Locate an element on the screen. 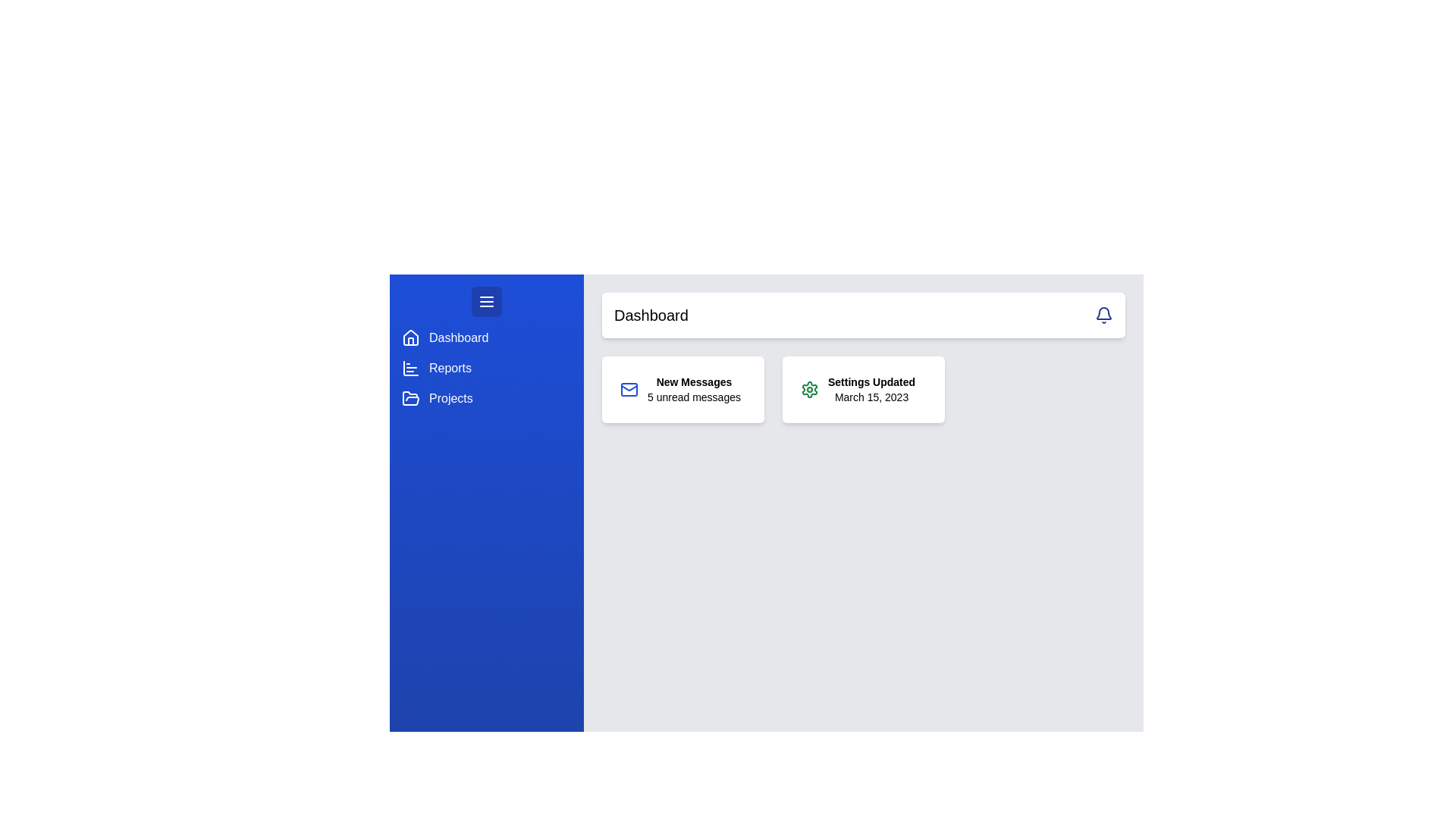 The image size is (1456, 819). information displayed in the Text Display element showing 'Settings Updated' and the date 'March 15, 2023', located in the upper right section of the interface is located at coordinates (871, 388).